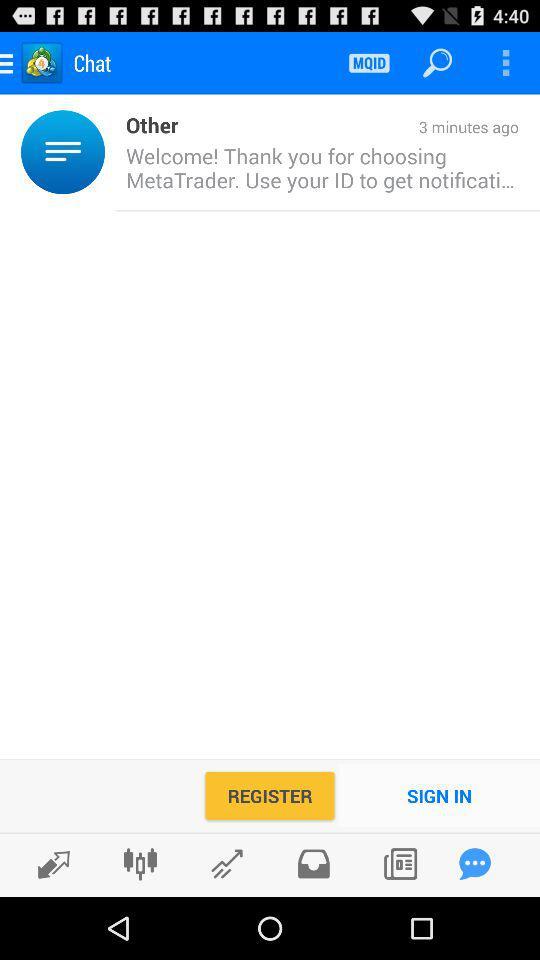 Image resolution: width=540 pixels, height=960 pixels. What do you see at coordinates (110, 151) in the screenshot?
I see `the icon below the chat` at bounding box center [110, 151].